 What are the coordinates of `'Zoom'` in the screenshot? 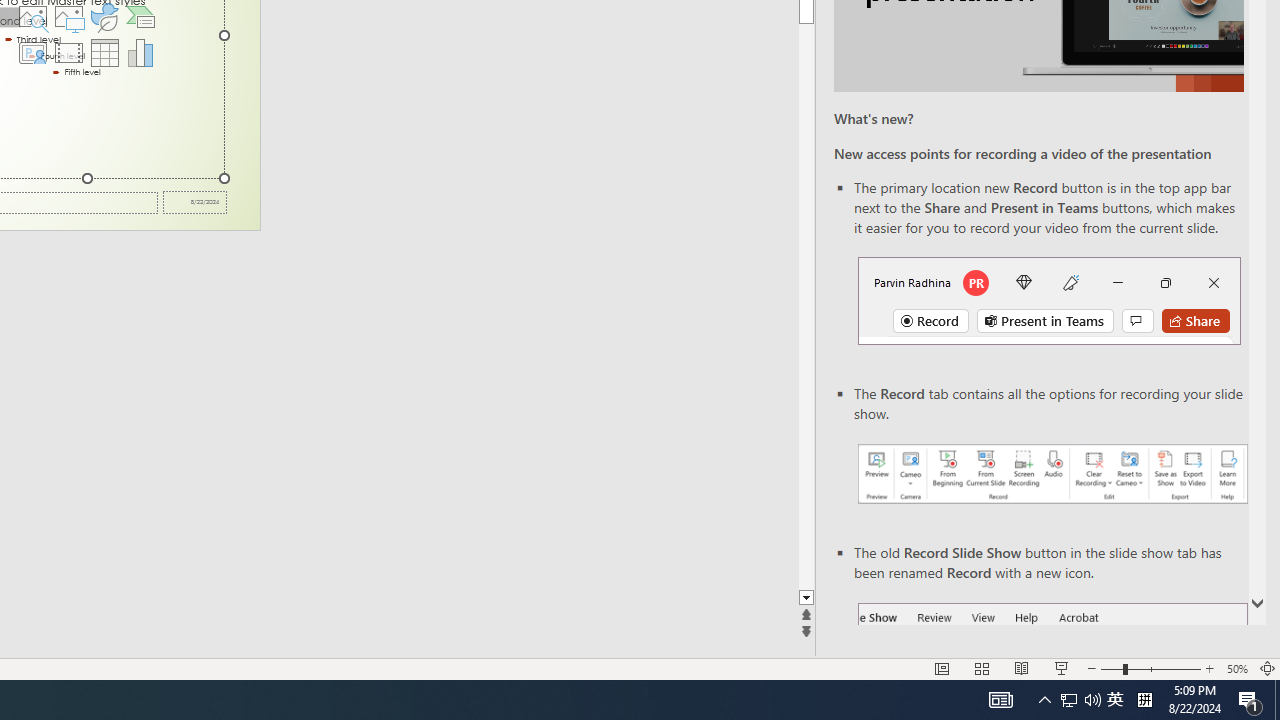 It's located at (1150, 669).